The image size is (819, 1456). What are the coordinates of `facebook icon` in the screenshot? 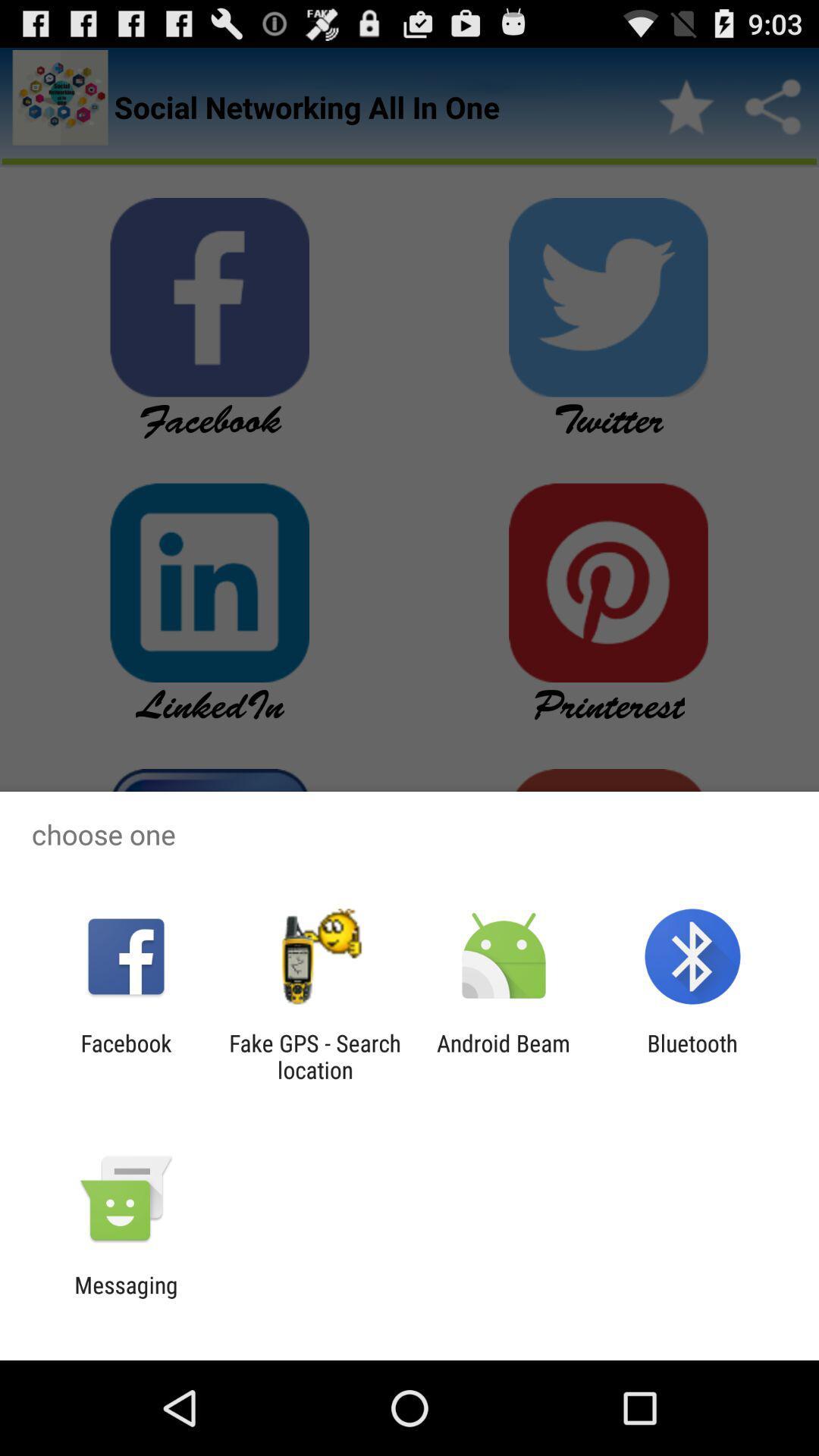 It's located at (125, 1056).